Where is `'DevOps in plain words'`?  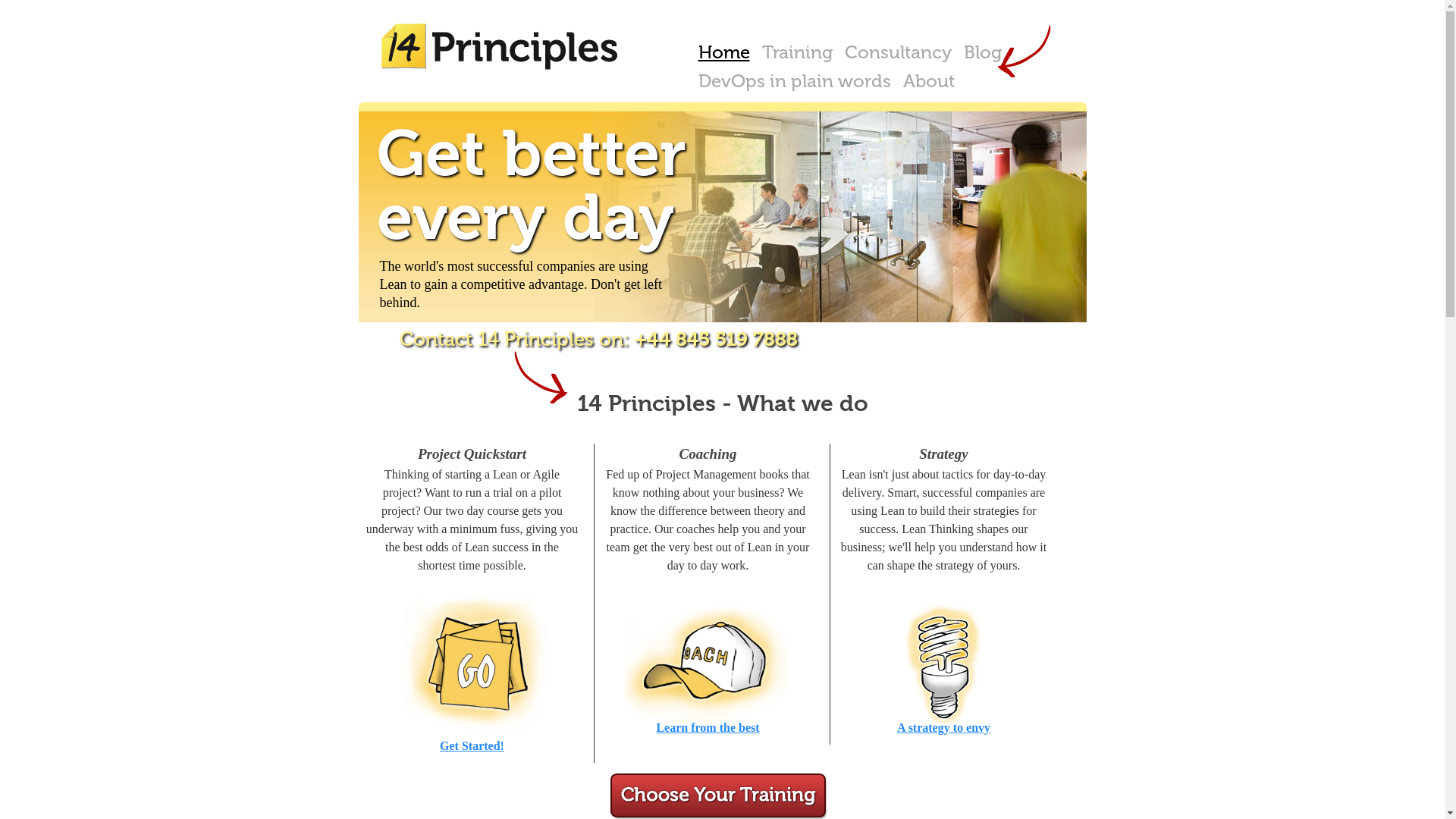
'DevOps in plain words' is located at coordinates (691, 81).